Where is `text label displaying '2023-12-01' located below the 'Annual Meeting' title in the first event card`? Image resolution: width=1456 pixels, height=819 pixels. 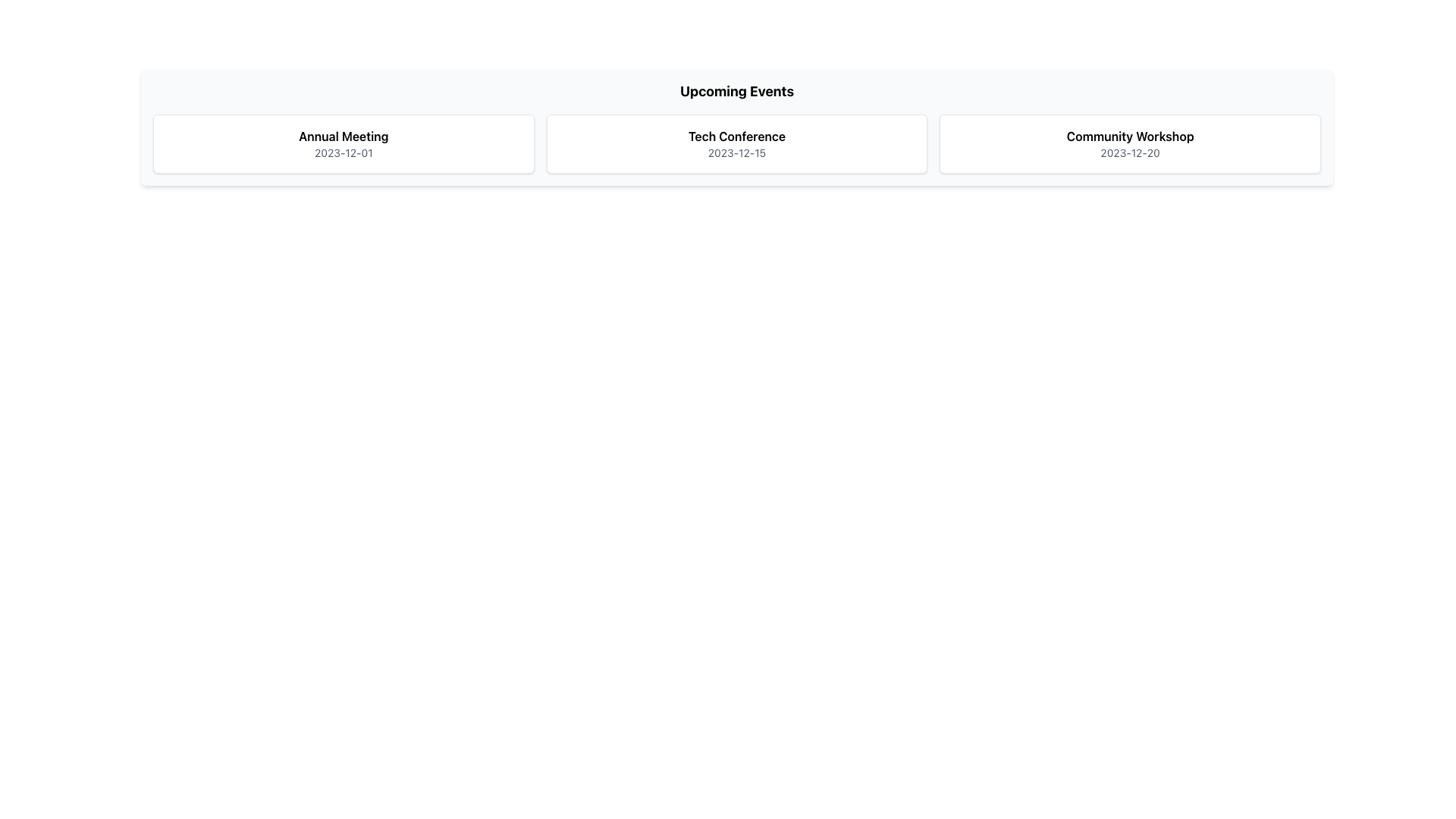
text label displaying '2023-12-01' located below the 'Annual Meeting' title in the first event card is located at coordinates (343, 152).